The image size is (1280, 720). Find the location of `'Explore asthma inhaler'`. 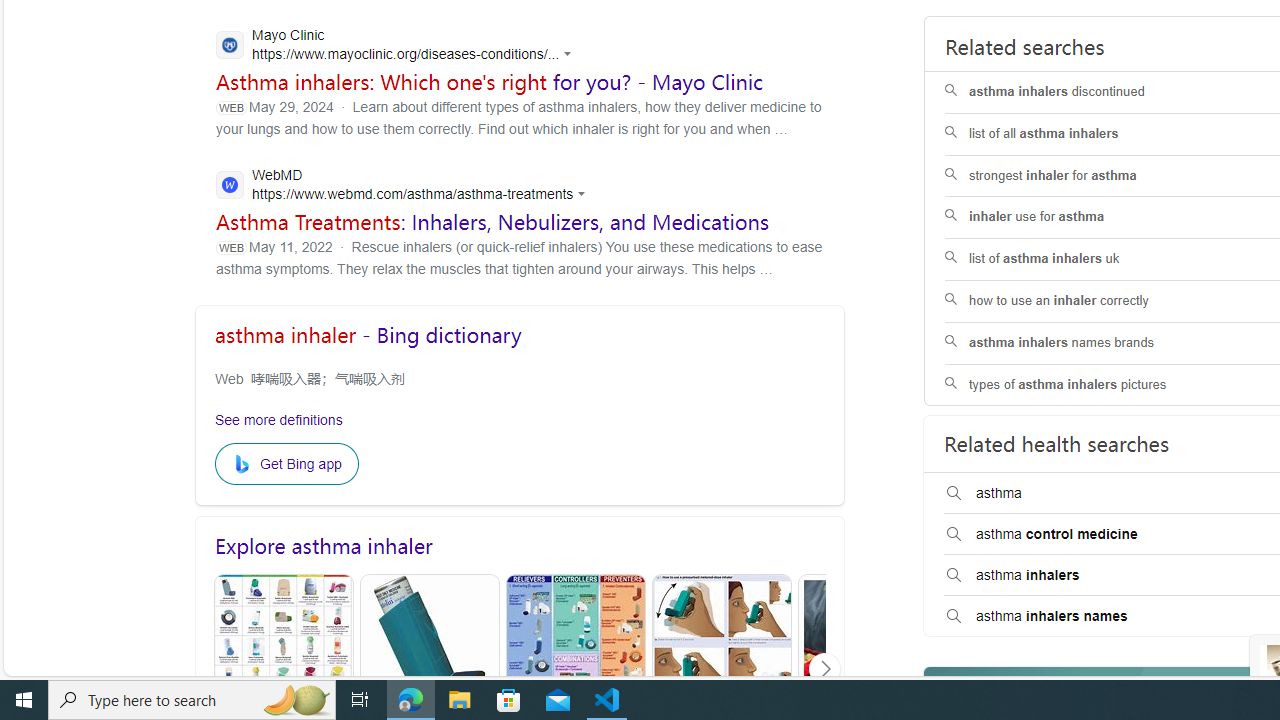

'Explore asthma inhaler' is located at coordinates (520, 546).